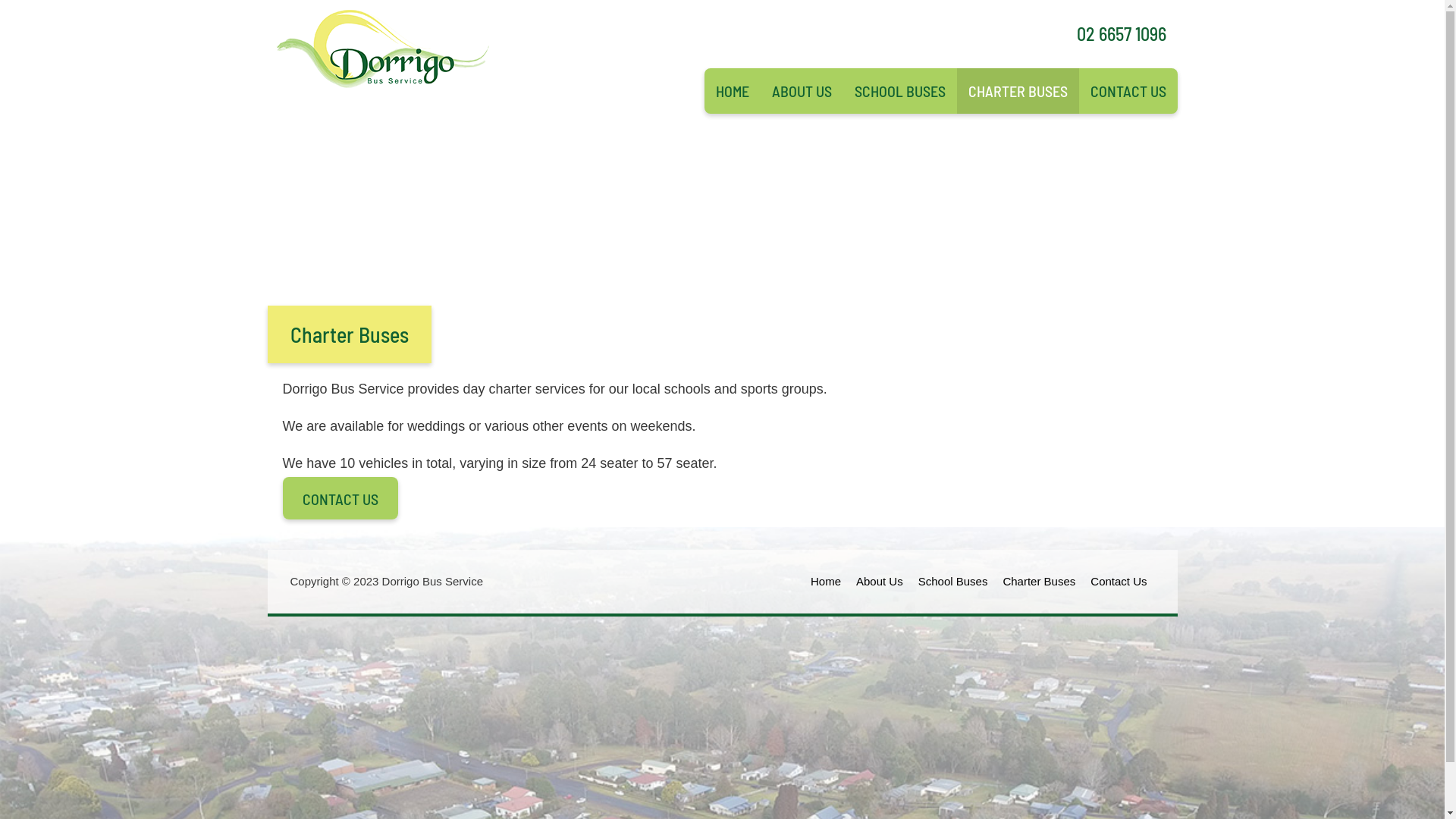 The width and height of the screenshot is (1456, 819). Describe the element at coordinates (1018, 90) in the screenshot. I see `'CHARTER BUSES'` at that location.